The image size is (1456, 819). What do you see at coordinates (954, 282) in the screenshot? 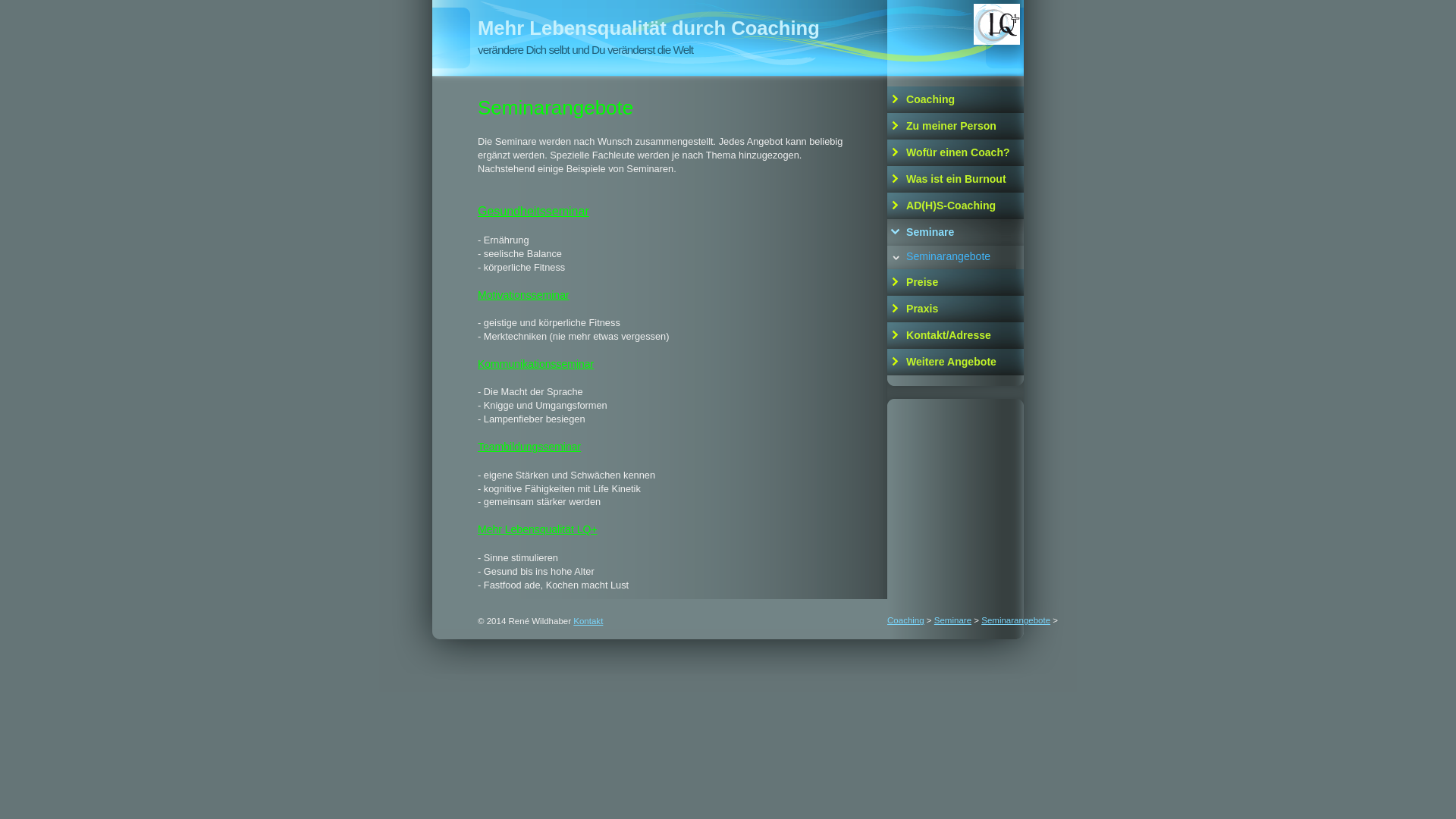
I see `'Preise'` at bounding box center [954, 282].